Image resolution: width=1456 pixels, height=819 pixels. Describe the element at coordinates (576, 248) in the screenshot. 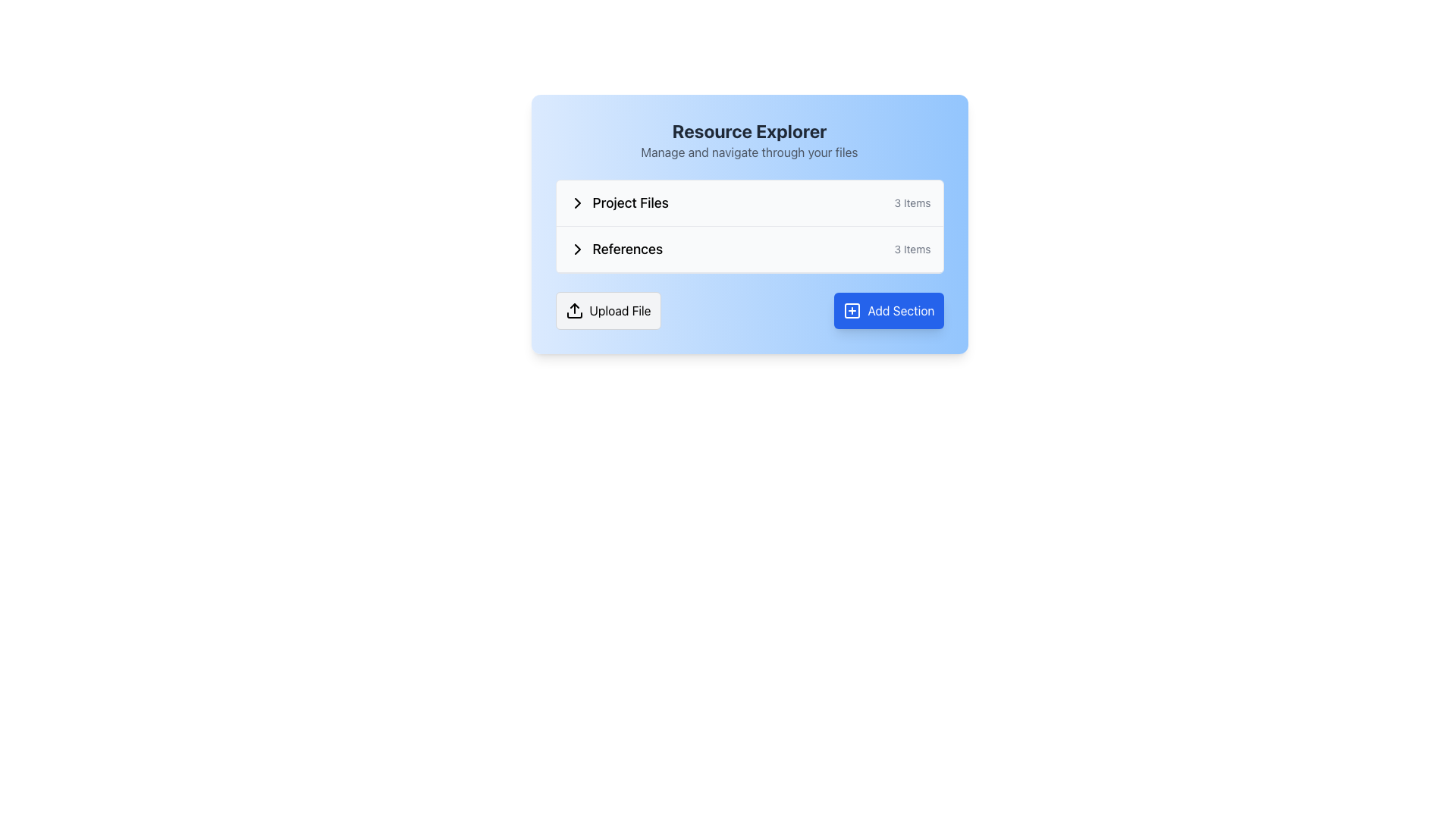

I see `the right-pointing chevron icon located in the 'References' row of the 'Resource Explorer' box` at that location.